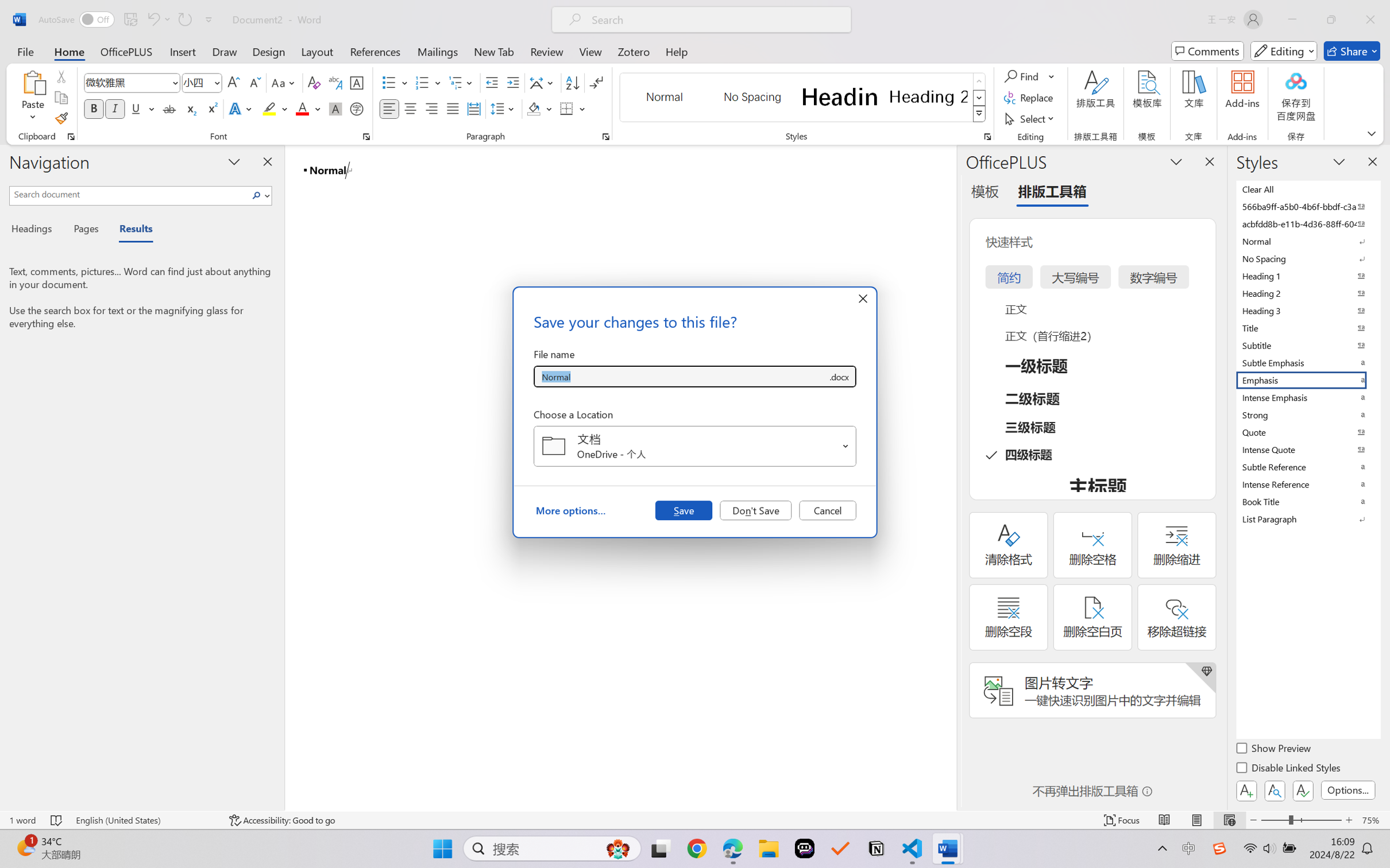 The image size is (1390, 868). What do you see at coordinates (1351, 51) in the screenshot?
I see `'Share'` at bounding box center [1351, 51].